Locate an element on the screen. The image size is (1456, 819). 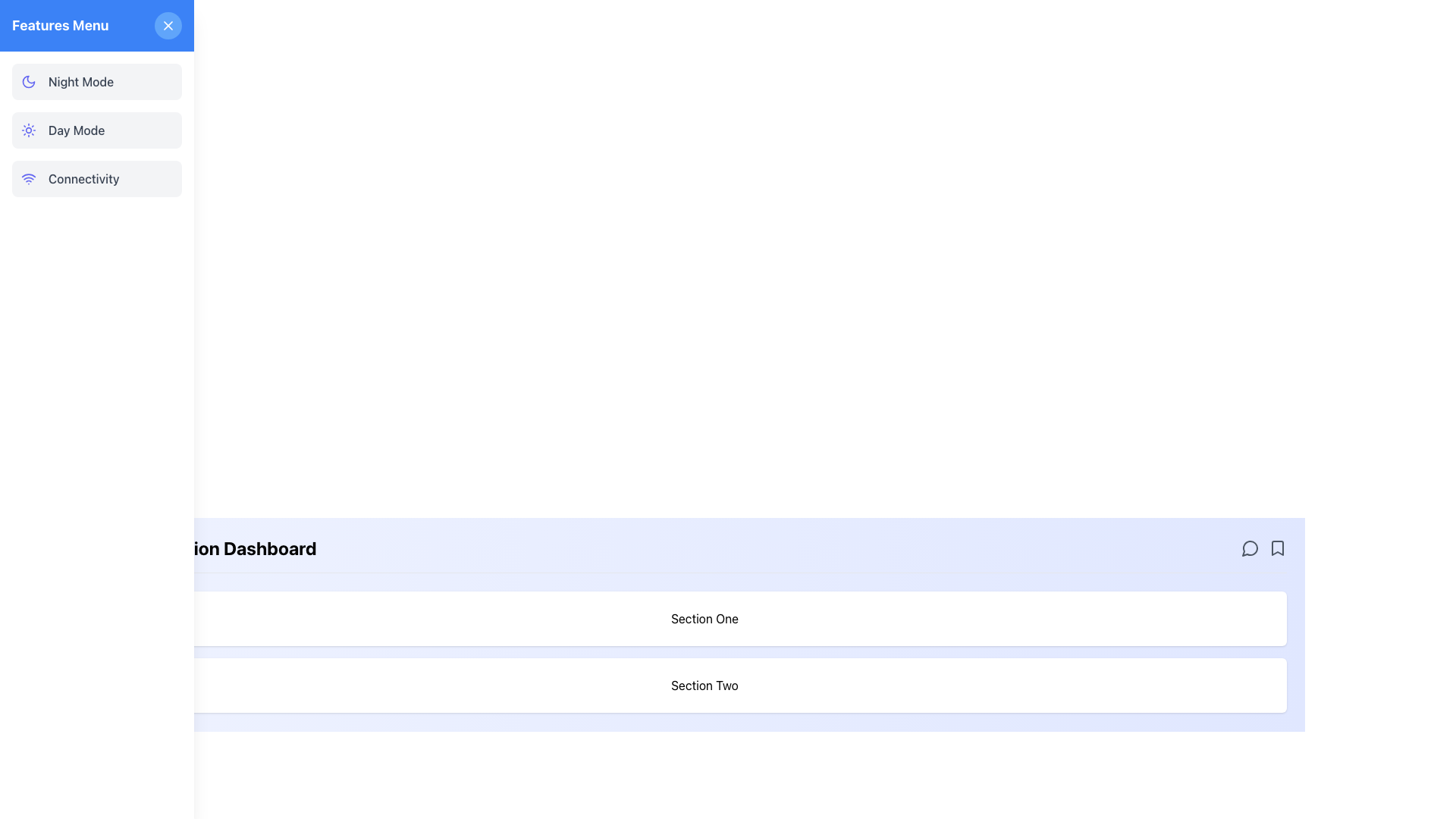
the label indicating 'Section Two', which is positioned directly below 'Section One' in the lower half of the vertically-aligned group of sections is located at coordinates (704, 685).